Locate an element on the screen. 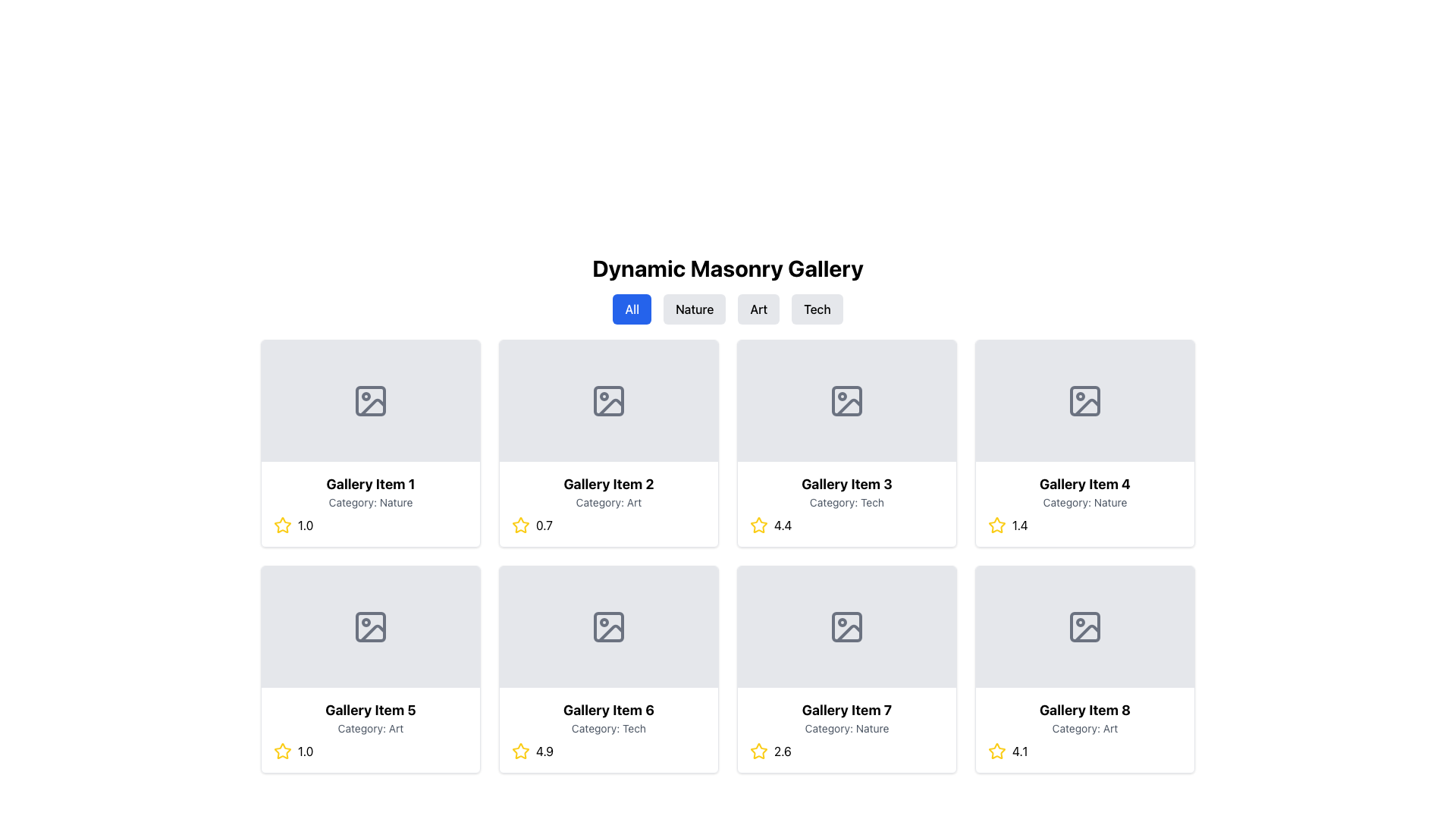 The width and height of the screenshot is (1456, 819). text displayed in the bold font labeled 'Gallery Item 1', which is the first line within the card is located at coordinates (371, 485).